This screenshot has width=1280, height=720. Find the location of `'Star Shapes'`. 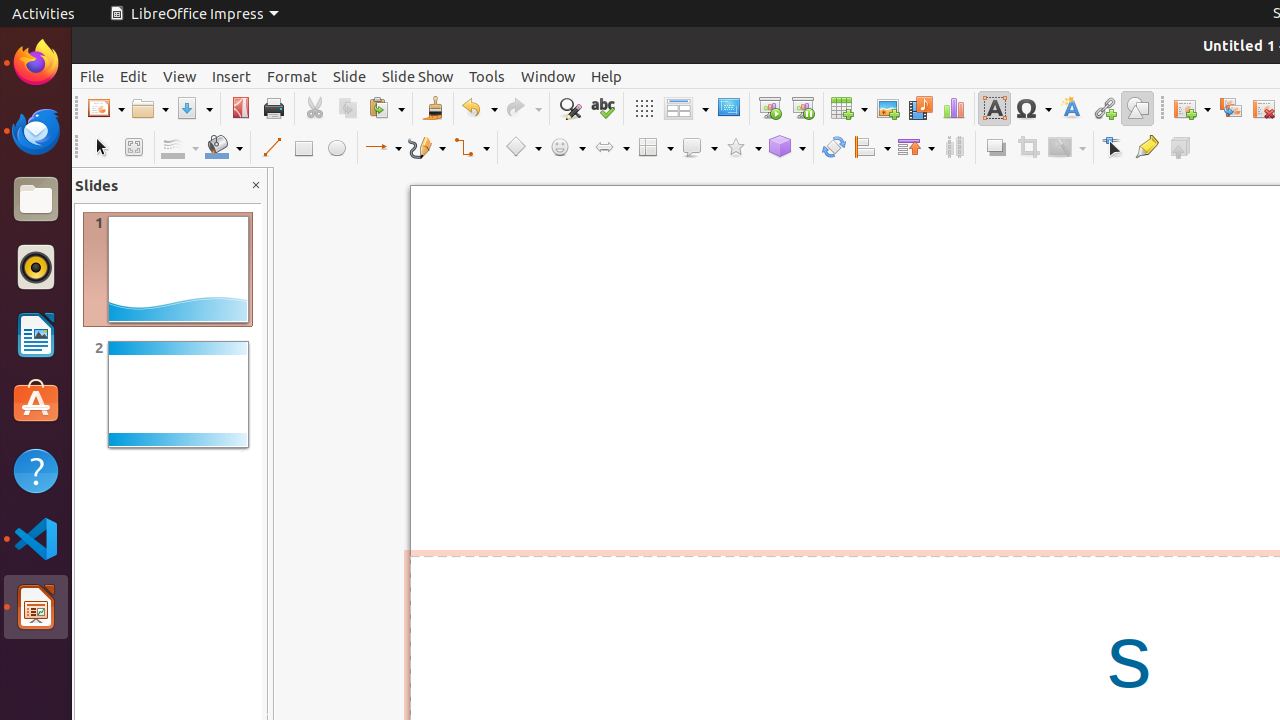

'Star Shapes' is located at coordinates (742, 146).